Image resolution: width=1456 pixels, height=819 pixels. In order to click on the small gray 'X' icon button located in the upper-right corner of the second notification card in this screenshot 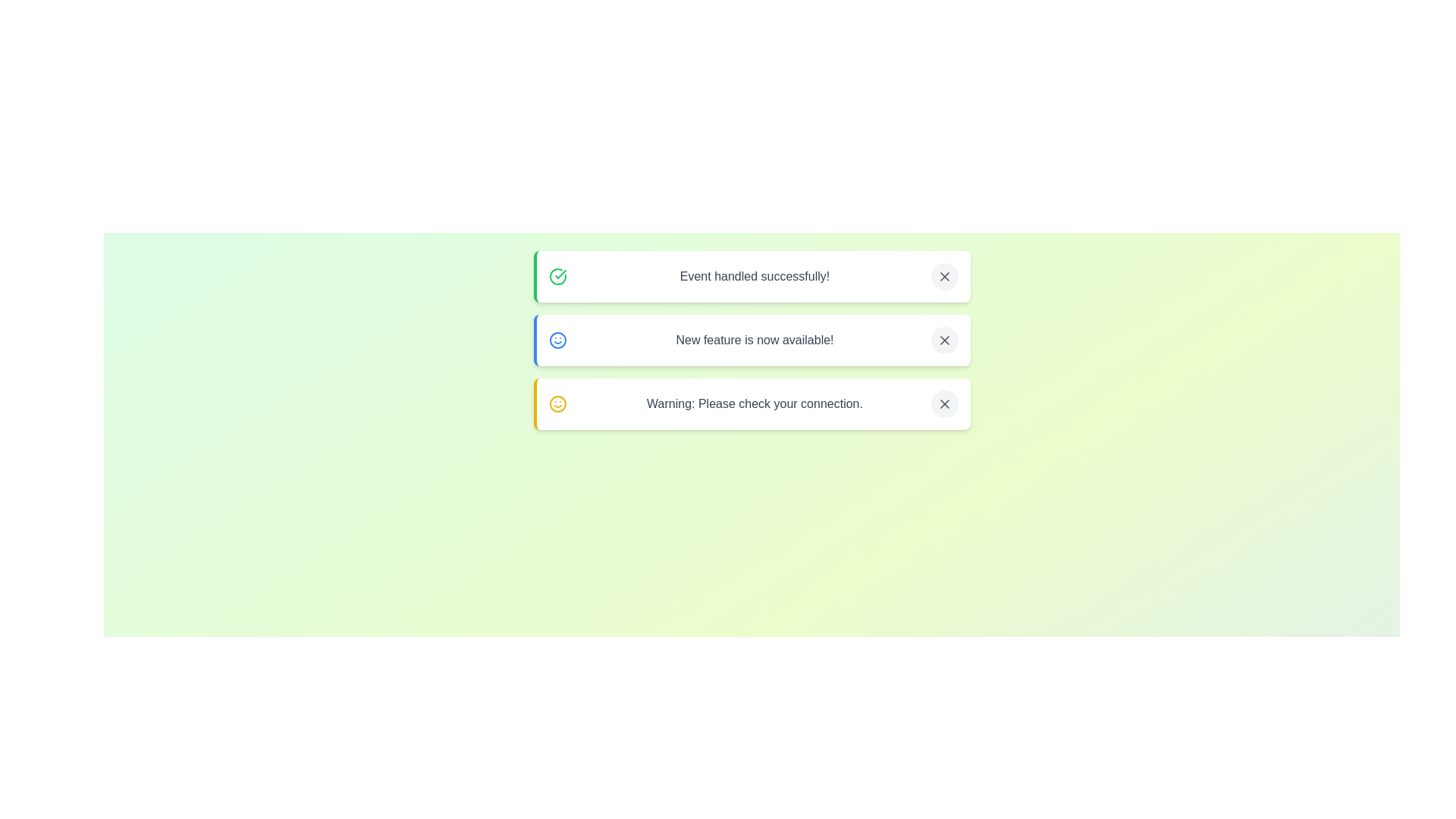, I will do `click(943, 403)`.